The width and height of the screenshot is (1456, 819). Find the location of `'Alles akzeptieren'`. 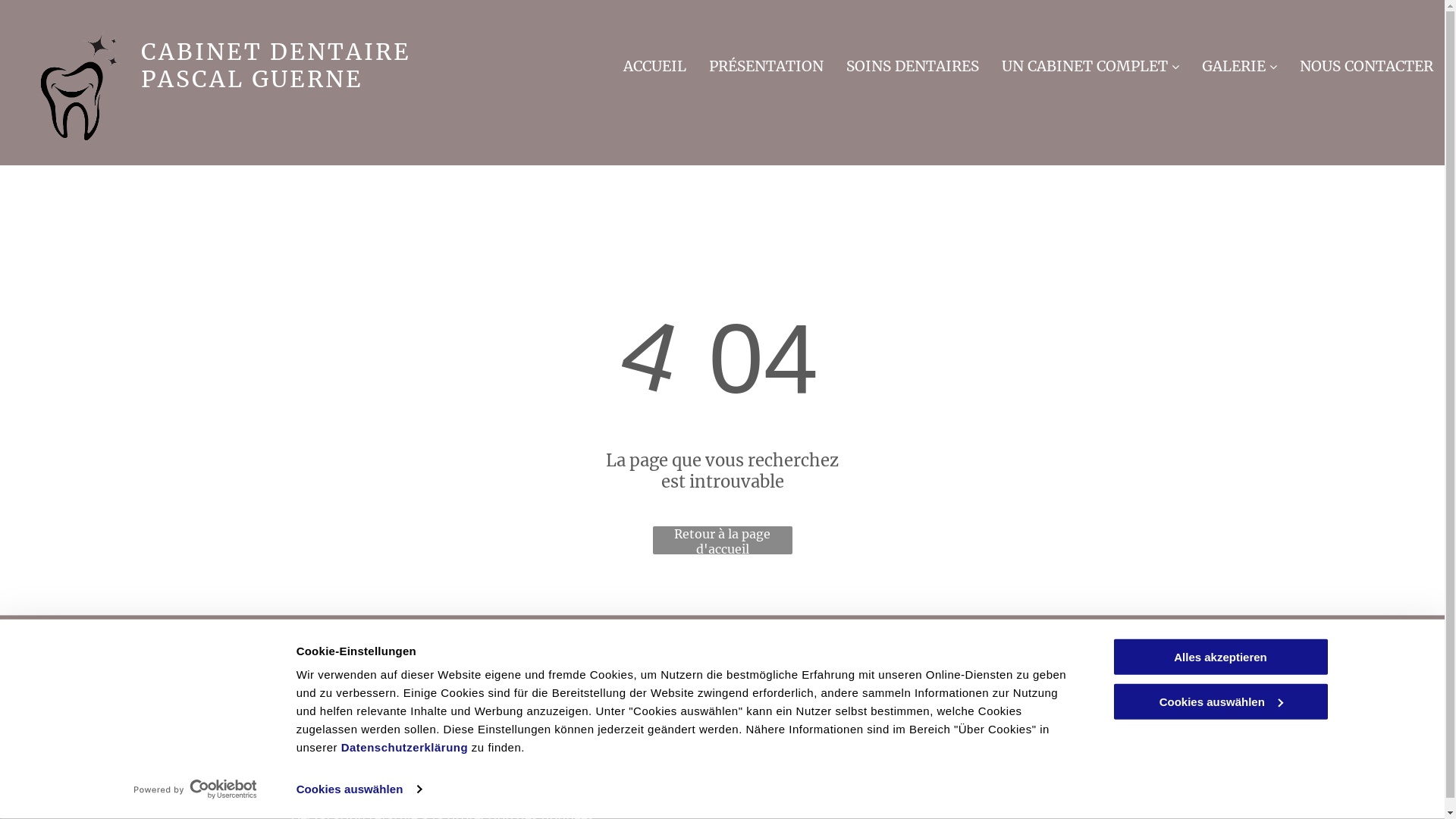

'Alles akzeptieren' is located at coordinates (1219, 656).